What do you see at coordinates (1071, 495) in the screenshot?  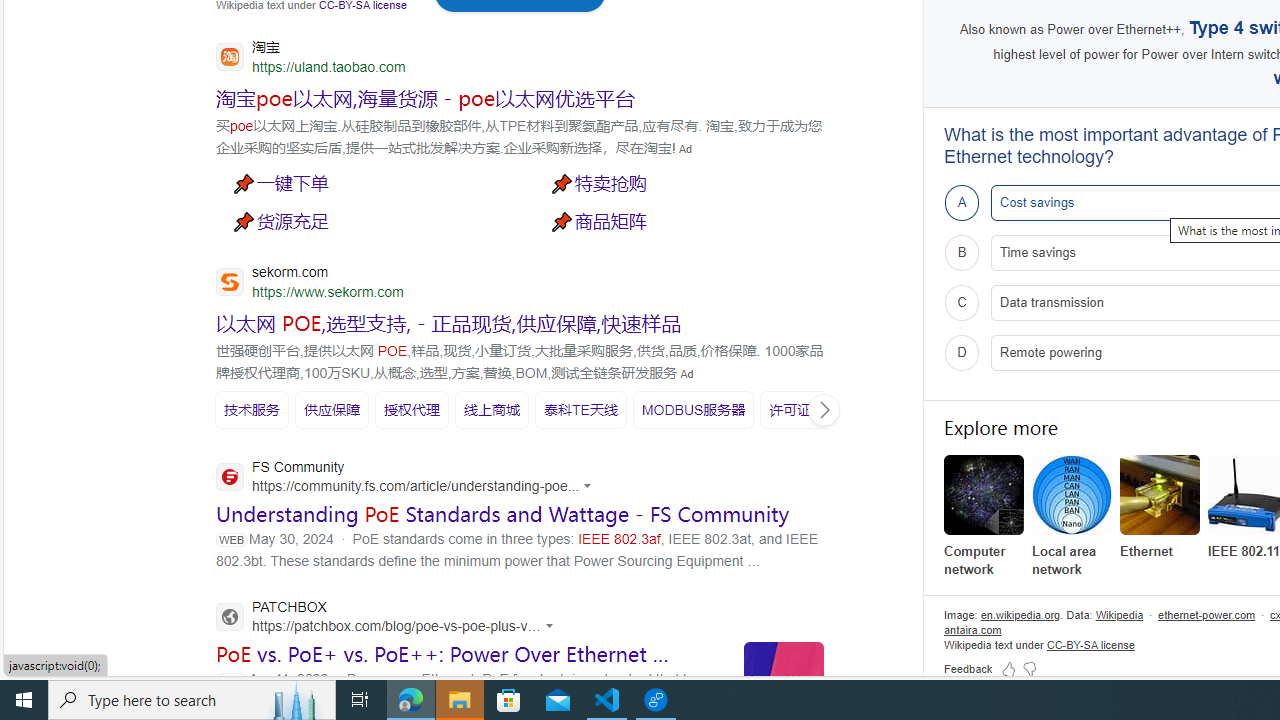 I see `'Local area network'` at bounding box center [1071, 495].